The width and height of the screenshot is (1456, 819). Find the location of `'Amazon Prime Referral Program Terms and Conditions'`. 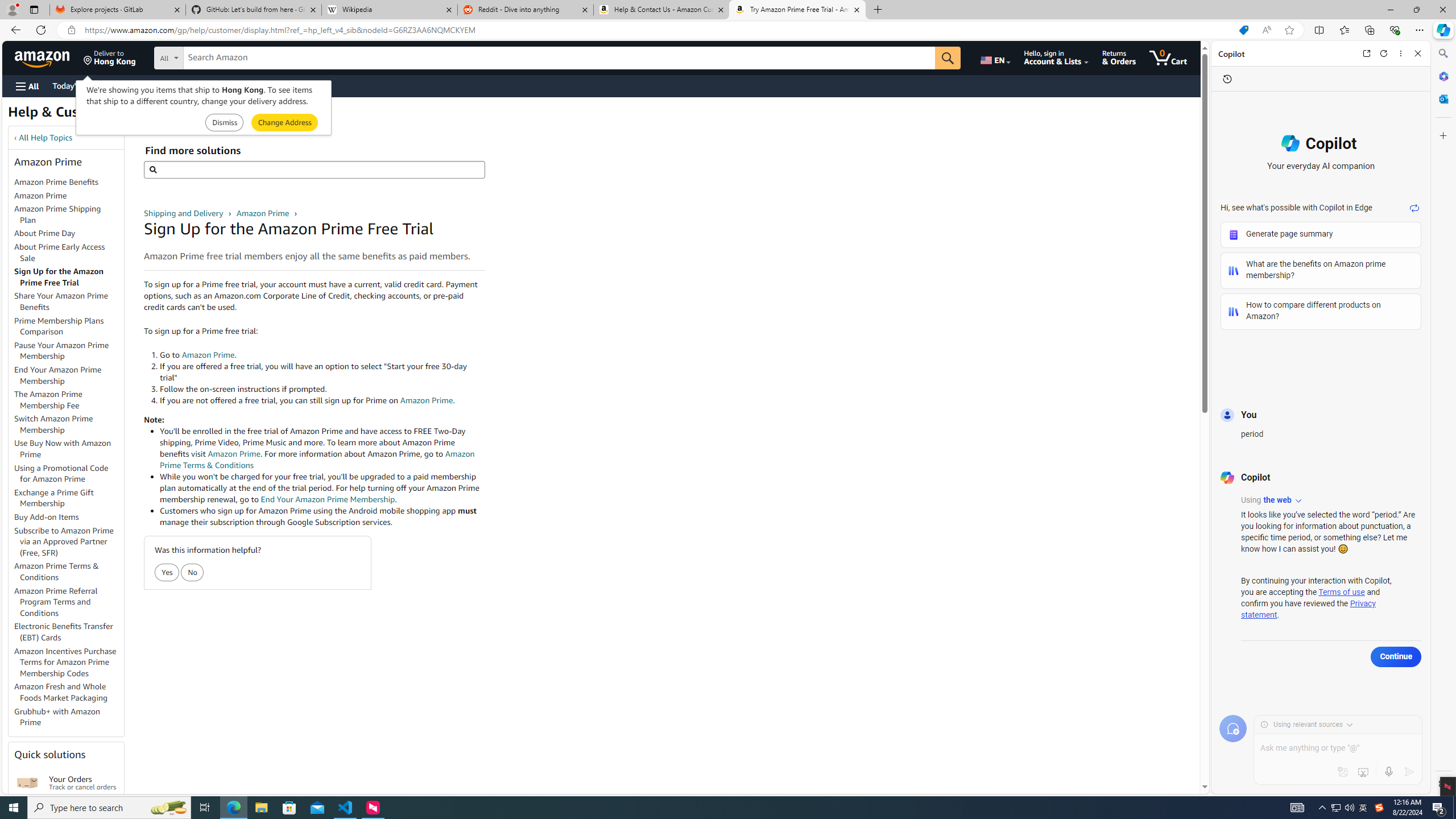

'Amazon Prime Referral Program Terms and Conditions' is located at coordinates (69, 602).